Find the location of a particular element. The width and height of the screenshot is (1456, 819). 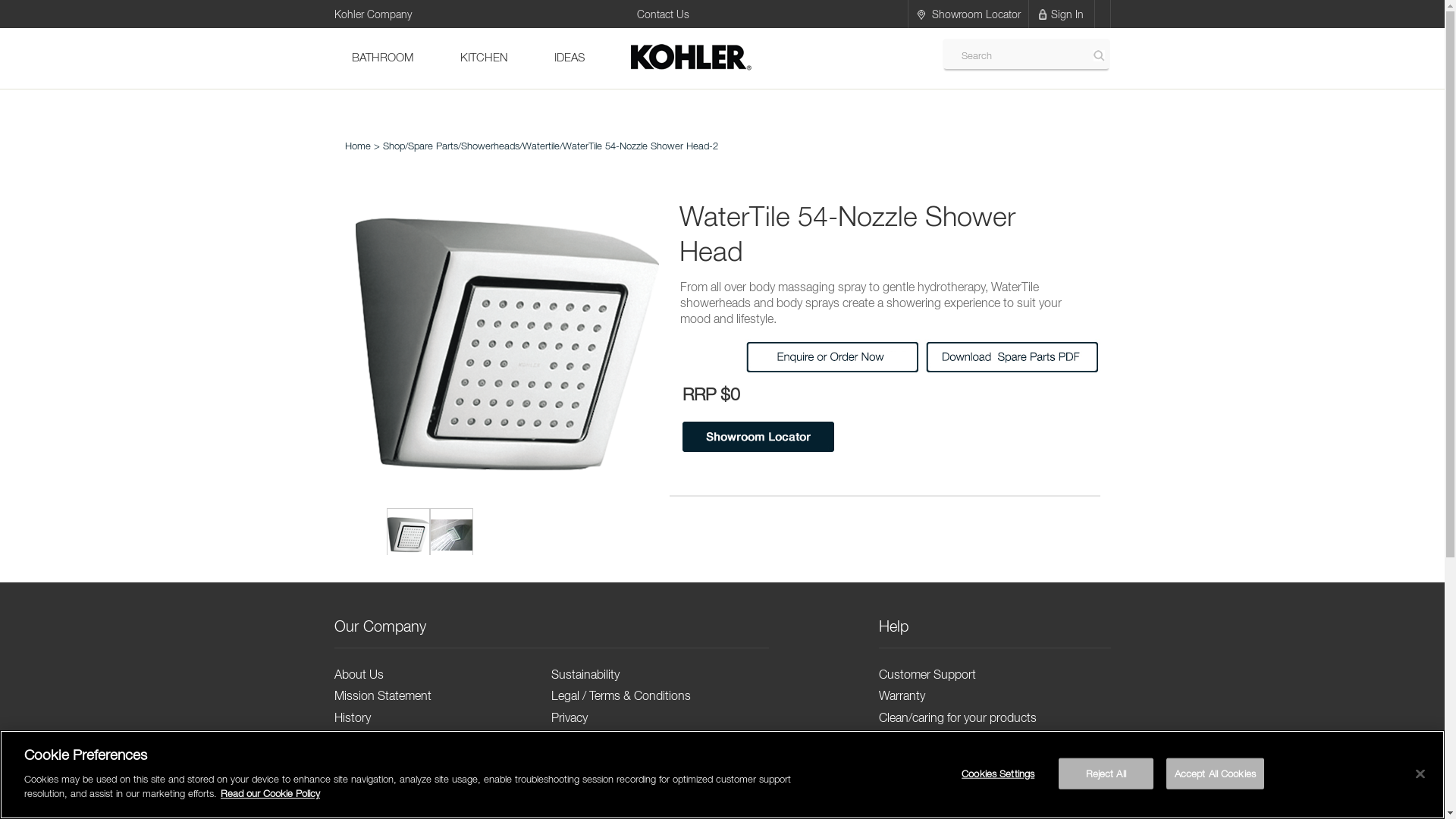

'Service Request Form' is located at coordinates (935, 739).